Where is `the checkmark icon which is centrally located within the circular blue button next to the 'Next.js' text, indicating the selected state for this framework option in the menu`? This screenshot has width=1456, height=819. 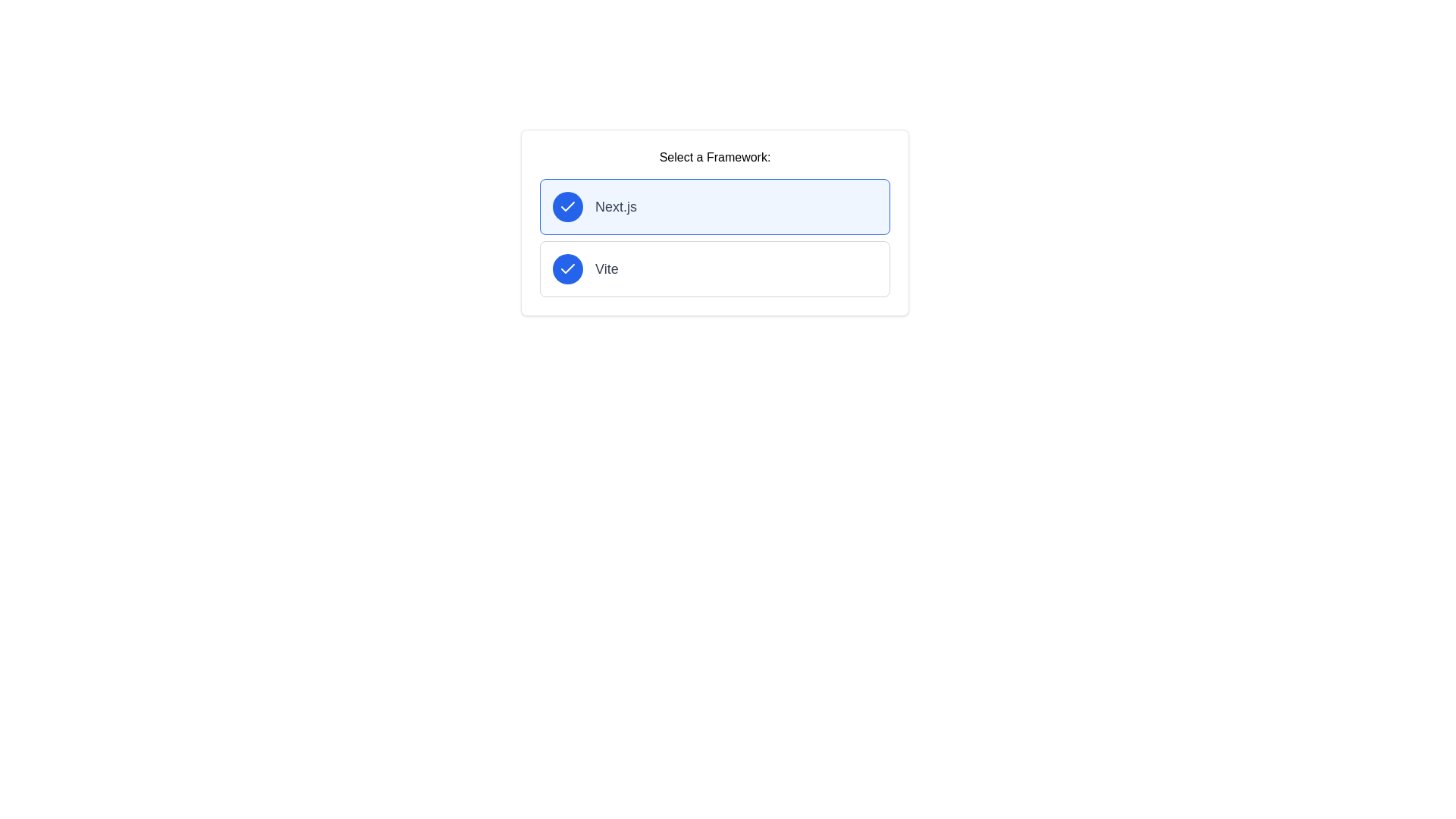 the checkmark icon which is centrally located within the circular blue button next to the 'Next.js' text, indicating the selected state for this framework option in the menu is located at coordinates (566, 268).